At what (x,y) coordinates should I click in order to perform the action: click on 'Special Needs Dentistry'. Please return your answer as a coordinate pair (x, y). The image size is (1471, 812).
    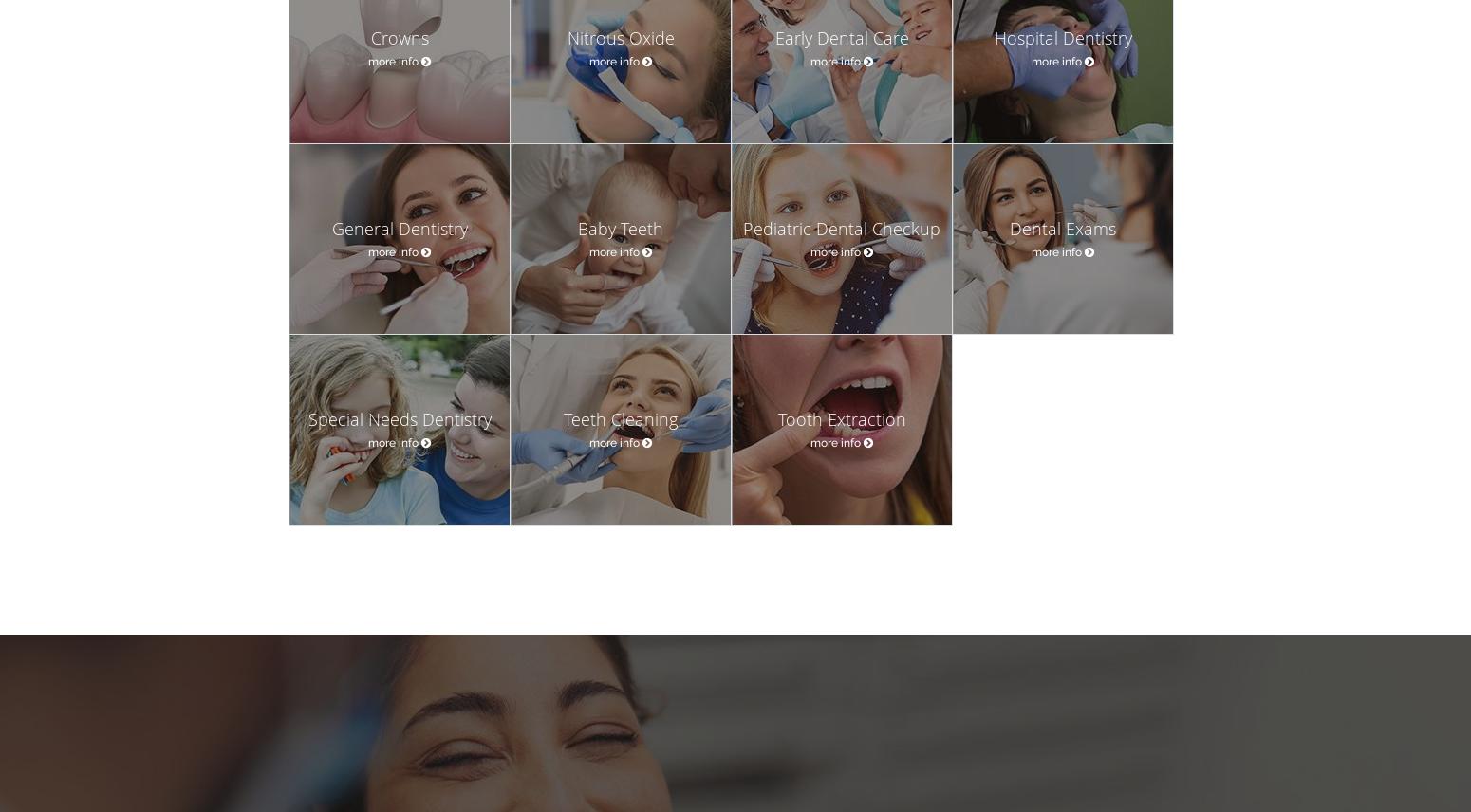
    Looking at the image, I should click on (399, 419).